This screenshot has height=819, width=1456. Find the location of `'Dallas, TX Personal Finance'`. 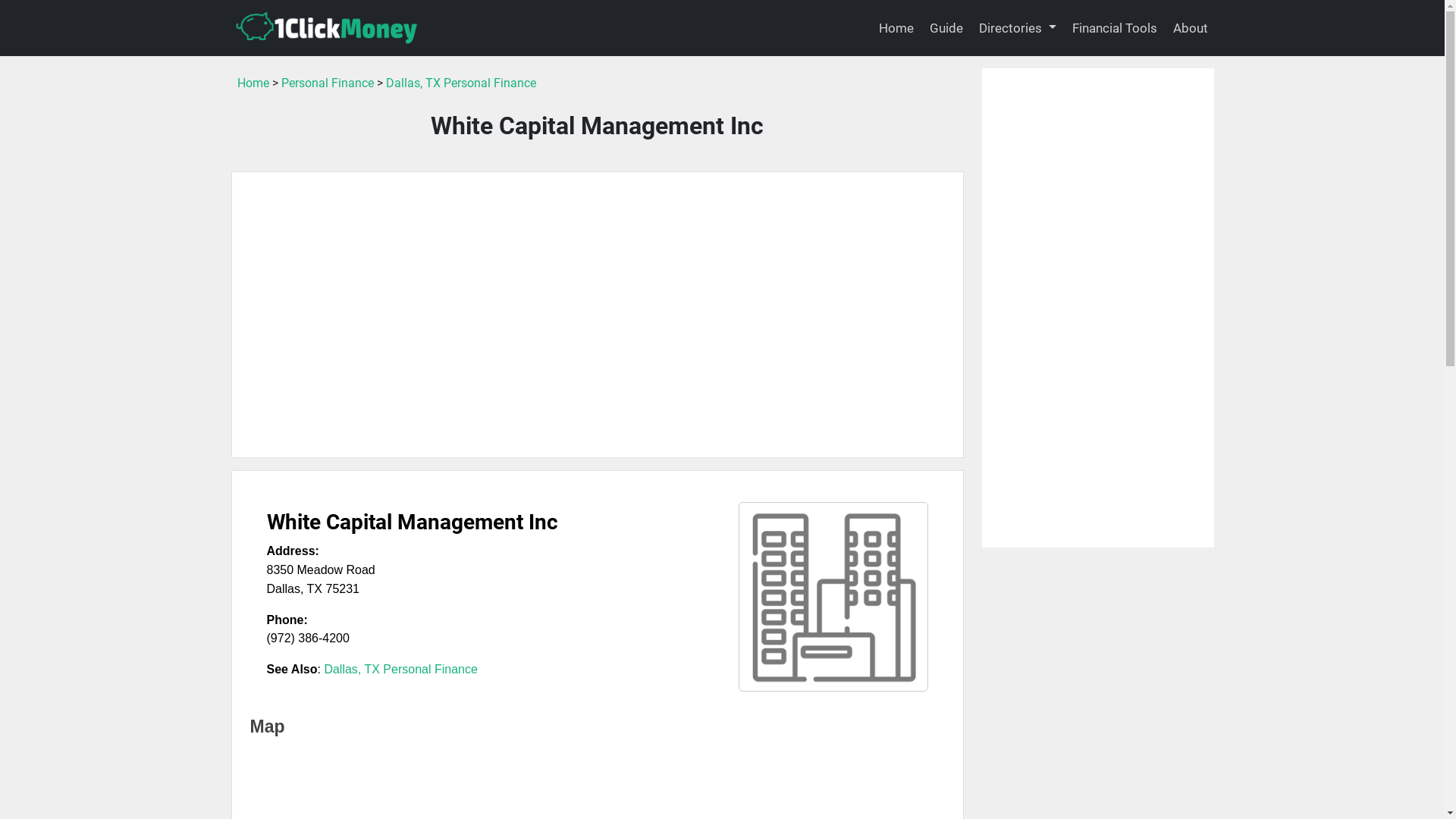

'Dallas, TX Personal Finance' is located at coordinates (400, 668).